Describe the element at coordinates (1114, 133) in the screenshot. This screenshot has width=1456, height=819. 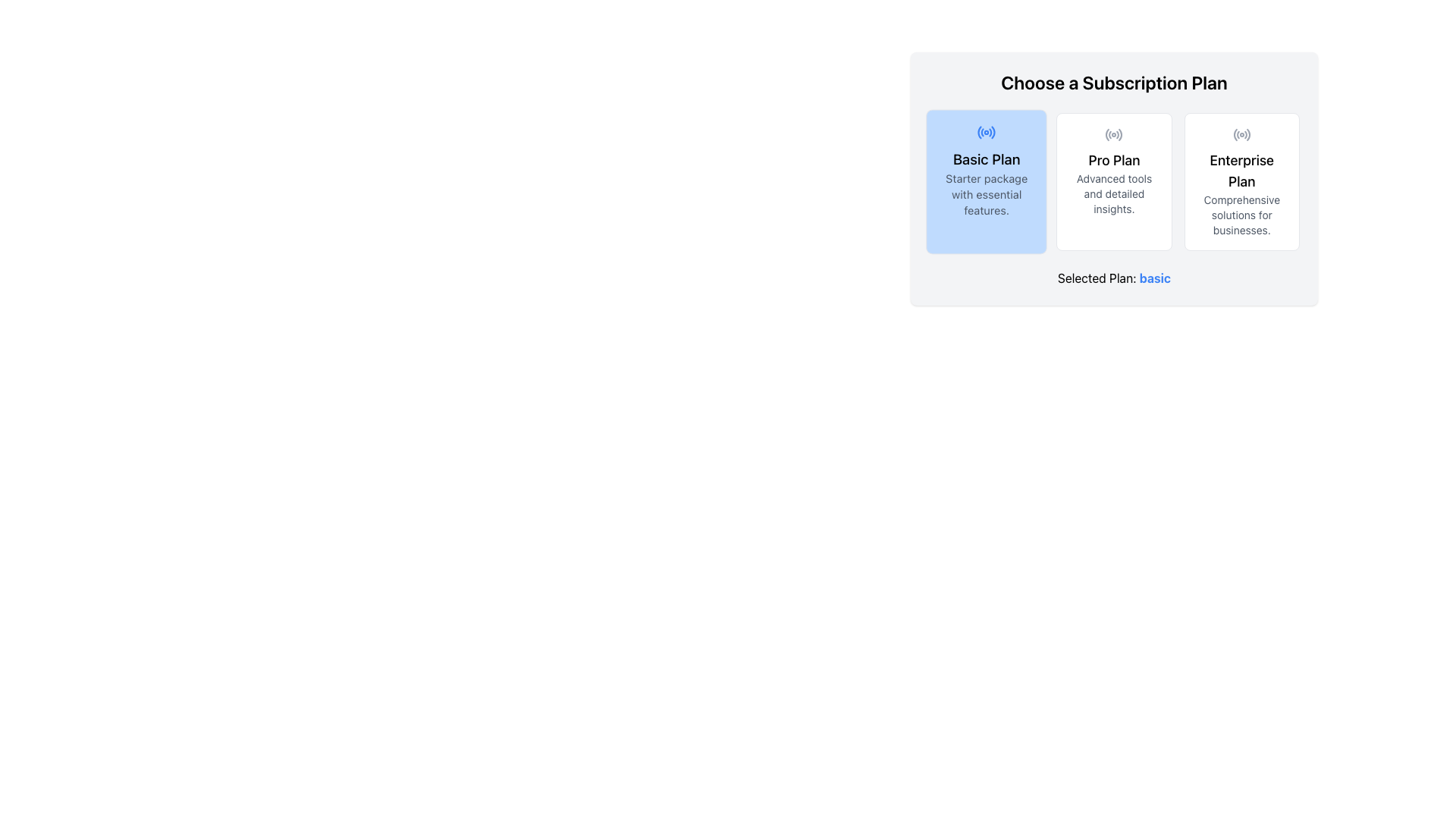
I see `the circular radio button indicator icon displayed in light gray color, located above the text 'Pro Plan Advanced tools and detailed insights' in the subscription plan card labeled 'Pro Plan'` at that location.